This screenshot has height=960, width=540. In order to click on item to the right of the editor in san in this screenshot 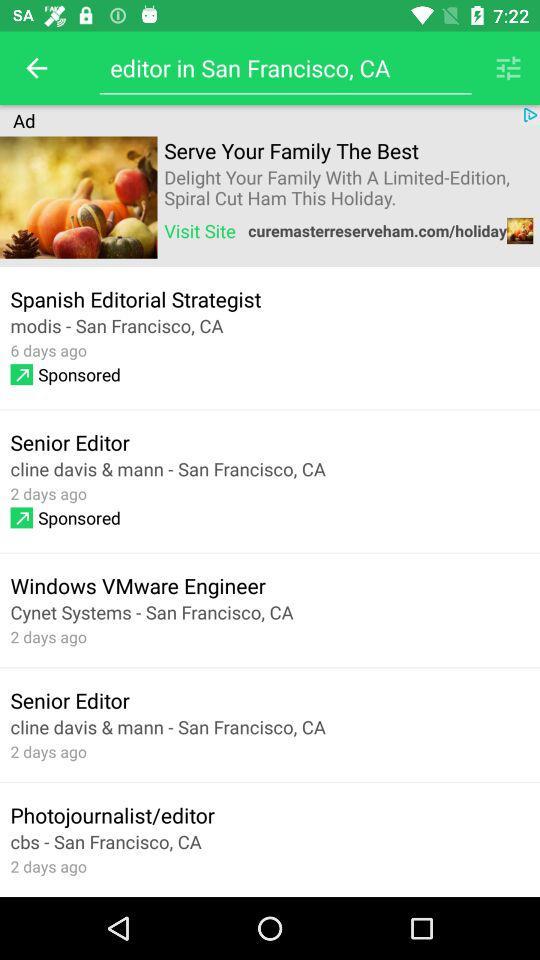, I will do `click(508, 68)`.